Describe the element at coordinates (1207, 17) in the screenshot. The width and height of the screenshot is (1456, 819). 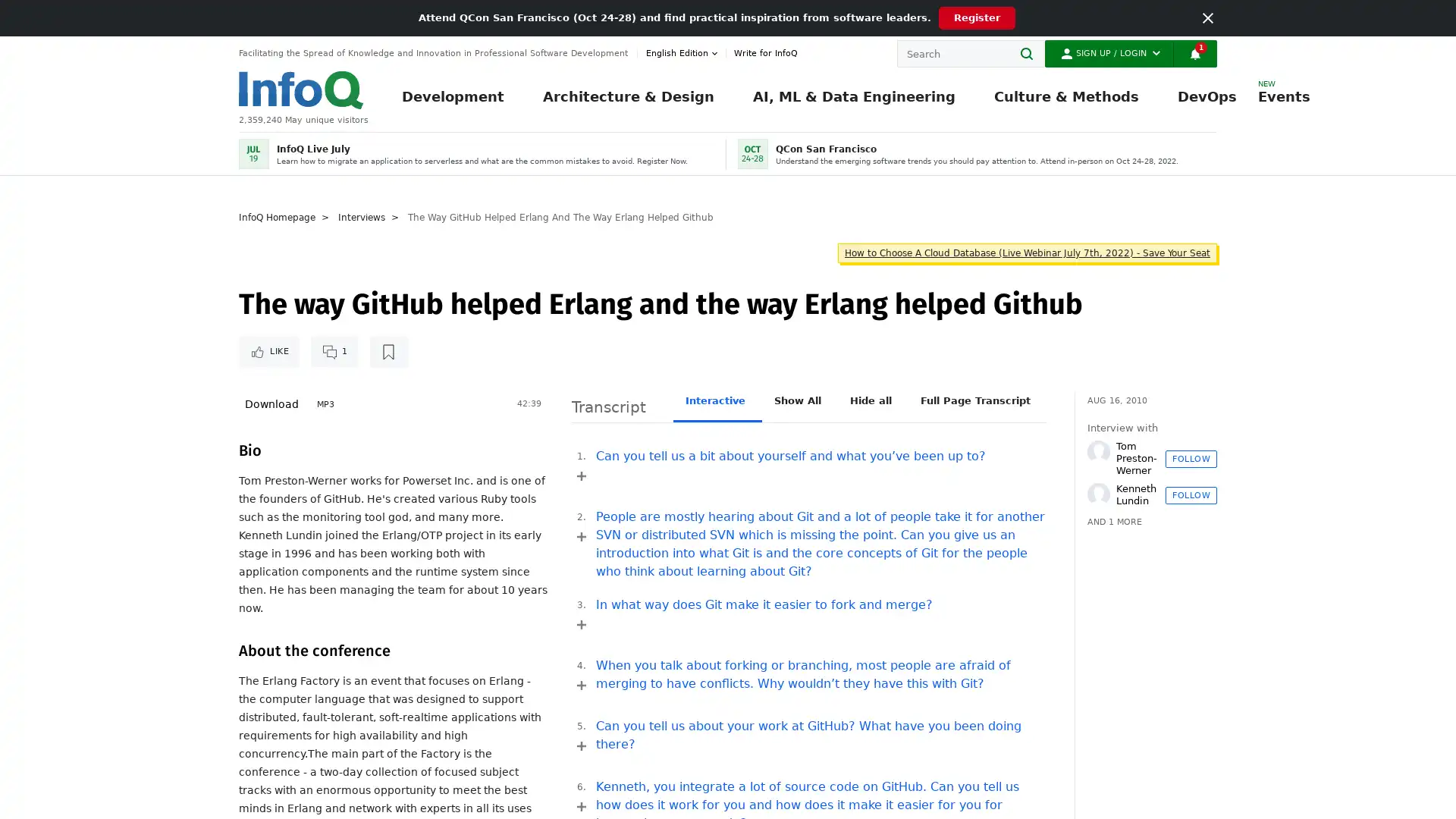
I see `Close` at that location.